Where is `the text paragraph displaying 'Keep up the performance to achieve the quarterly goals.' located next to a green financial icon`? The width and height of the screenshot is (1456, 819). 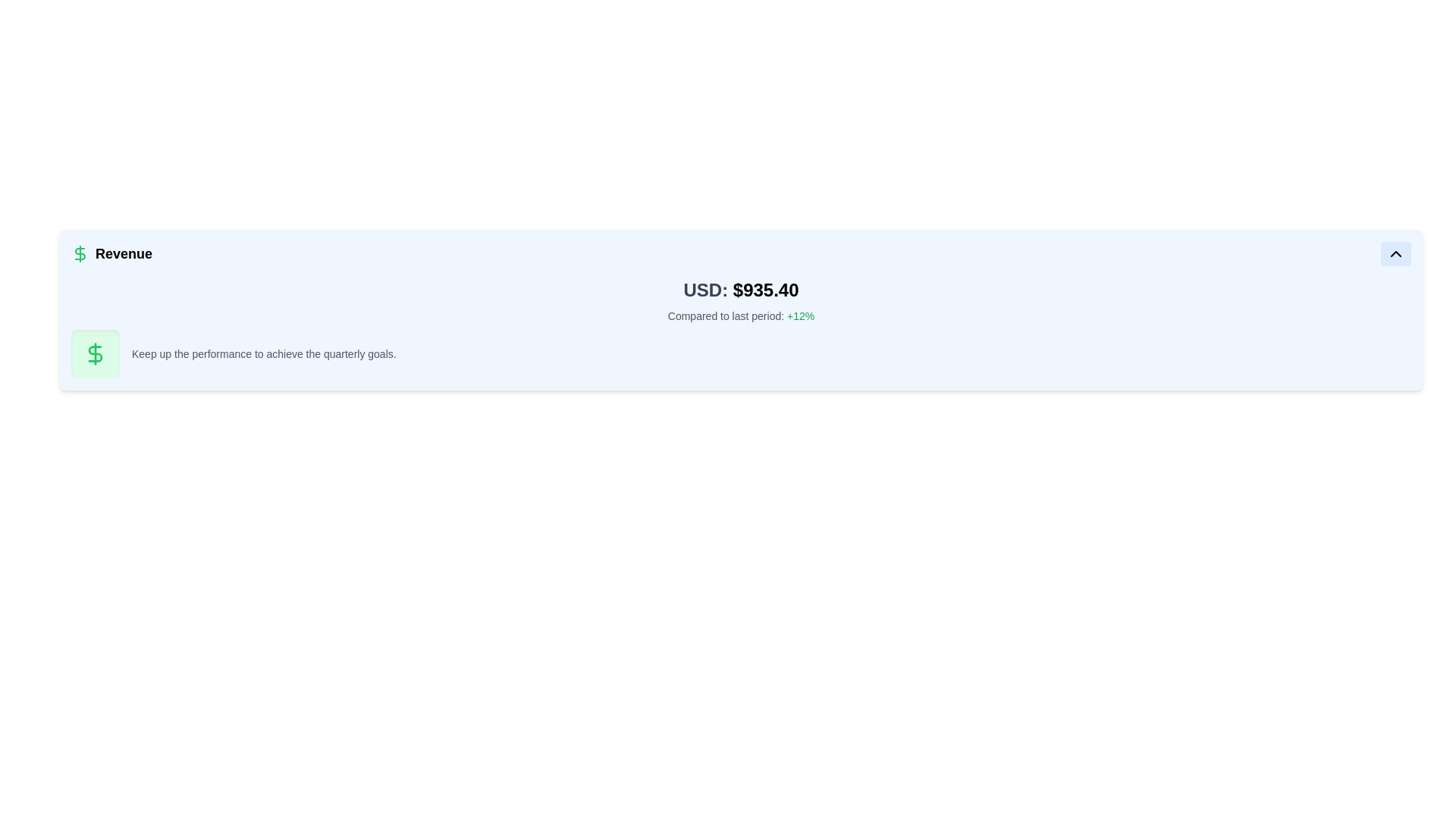
the text paragraph displaying 'Keep up the performance to achieve the quarterly goals.' located next to a green financial icon is located at coordinates (264, 353).